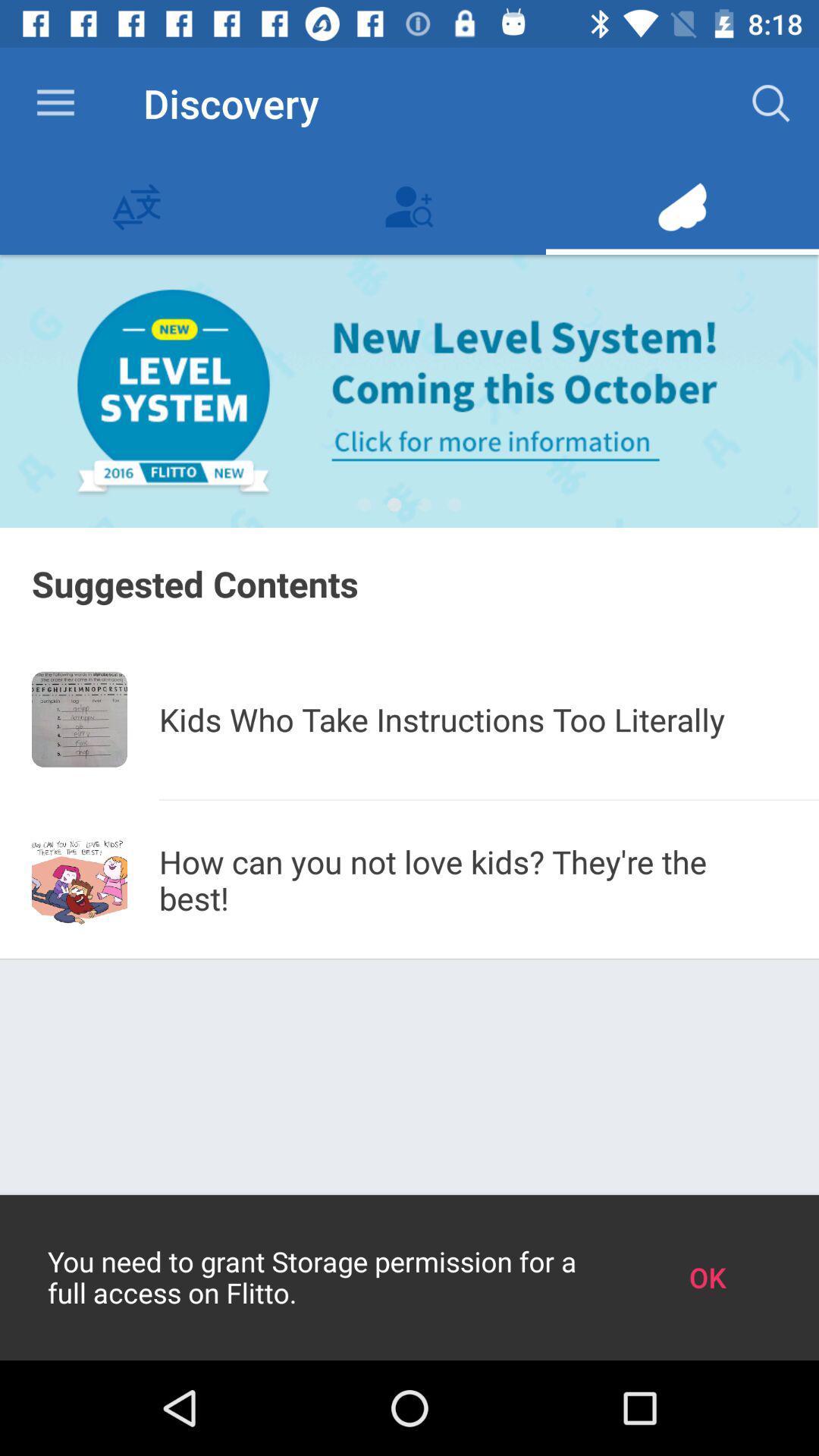 The width and height of the screenshot is (819, 1456). Describe the element at coordinates (79, 880) in the screenshot. I see `the icon next to how can you app` at that location.